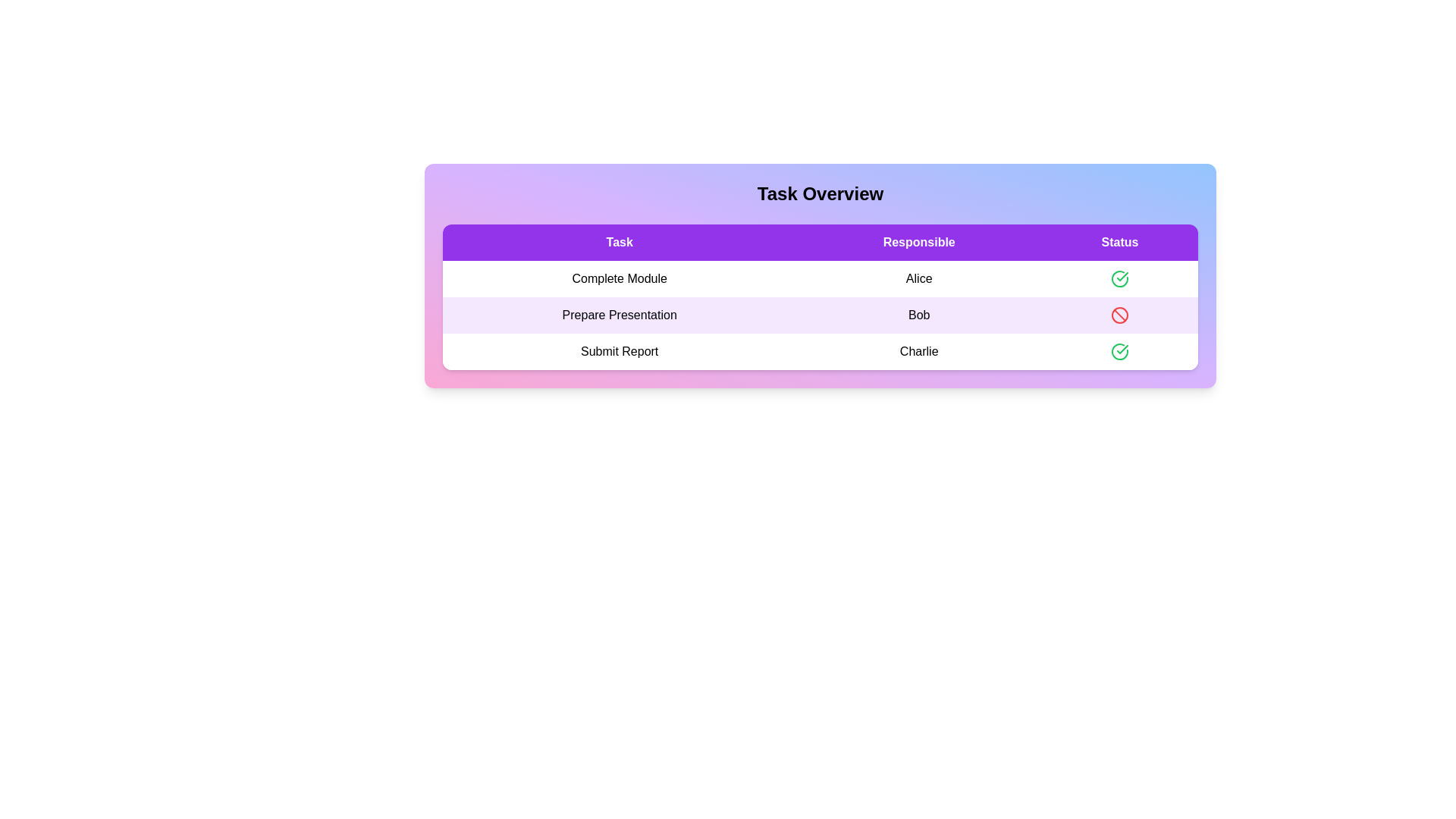 The height and width of the screenshot is (819, 1456). I want to click on the text label 'Bob' displayed in a bold font with a purple background, located in the second row of the table under the 'Responsible' column, so click(918, 315).